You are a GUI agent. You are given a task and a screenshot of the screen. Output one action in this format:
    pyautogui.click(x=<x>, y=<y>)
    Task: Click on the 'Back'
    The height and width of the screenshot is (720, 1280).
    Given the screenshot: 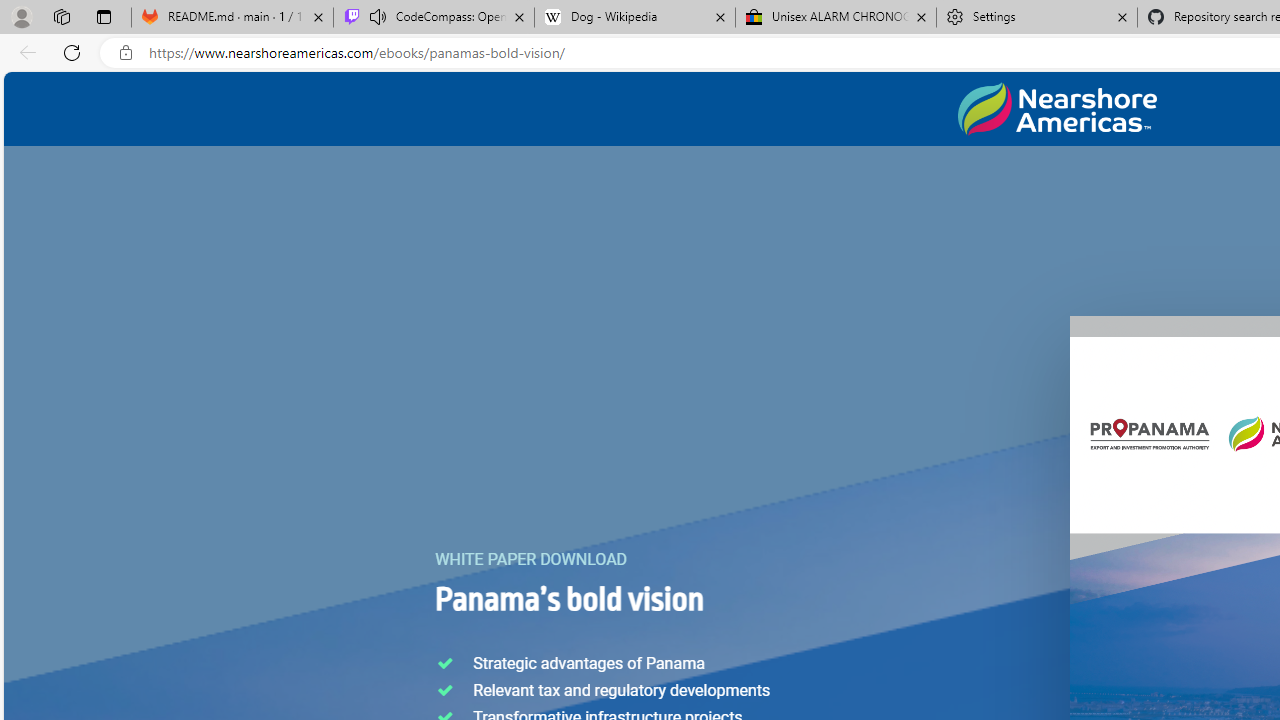 What is the action you would take?
    pyautogui.click(x=24, y=51)
    